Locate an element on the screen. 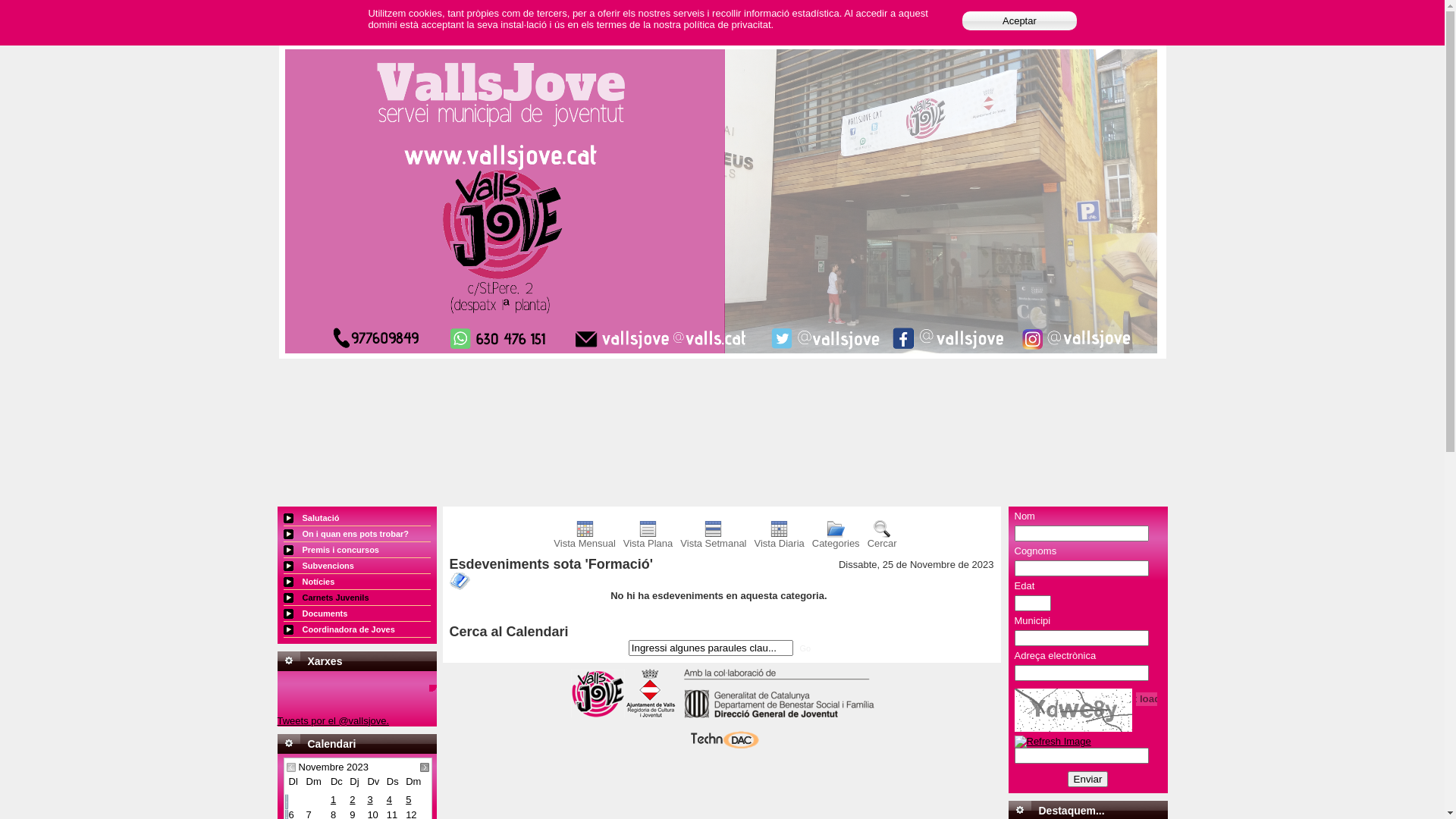  'Enviar' is located at coordinates (1087, 779).